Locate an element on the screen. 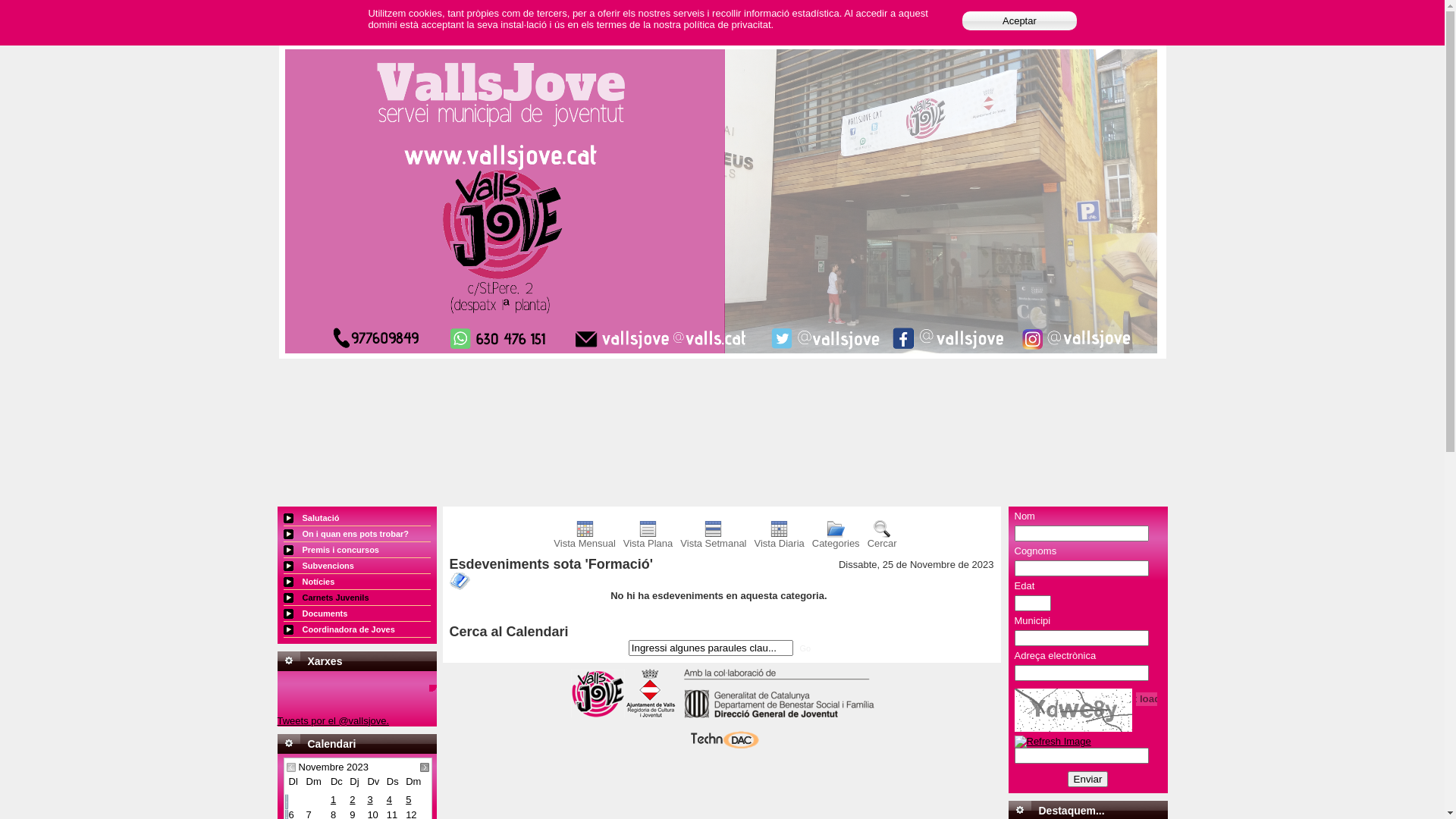  'Enviar' is located at coordinates (1087, 779).